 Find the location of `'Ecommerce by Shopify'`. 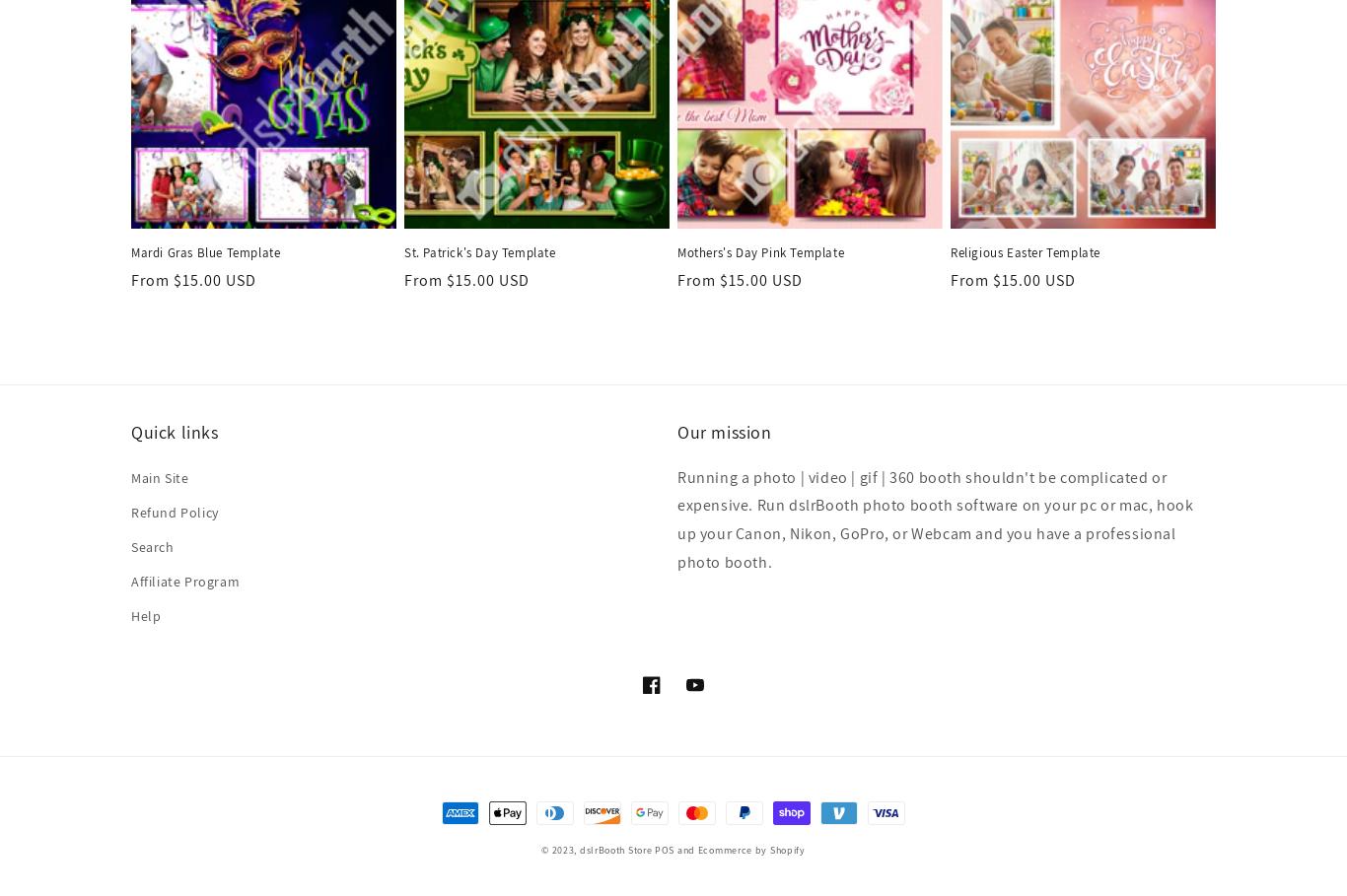

'Ecommerce by Shopify' is located at coordinates (750, 849).